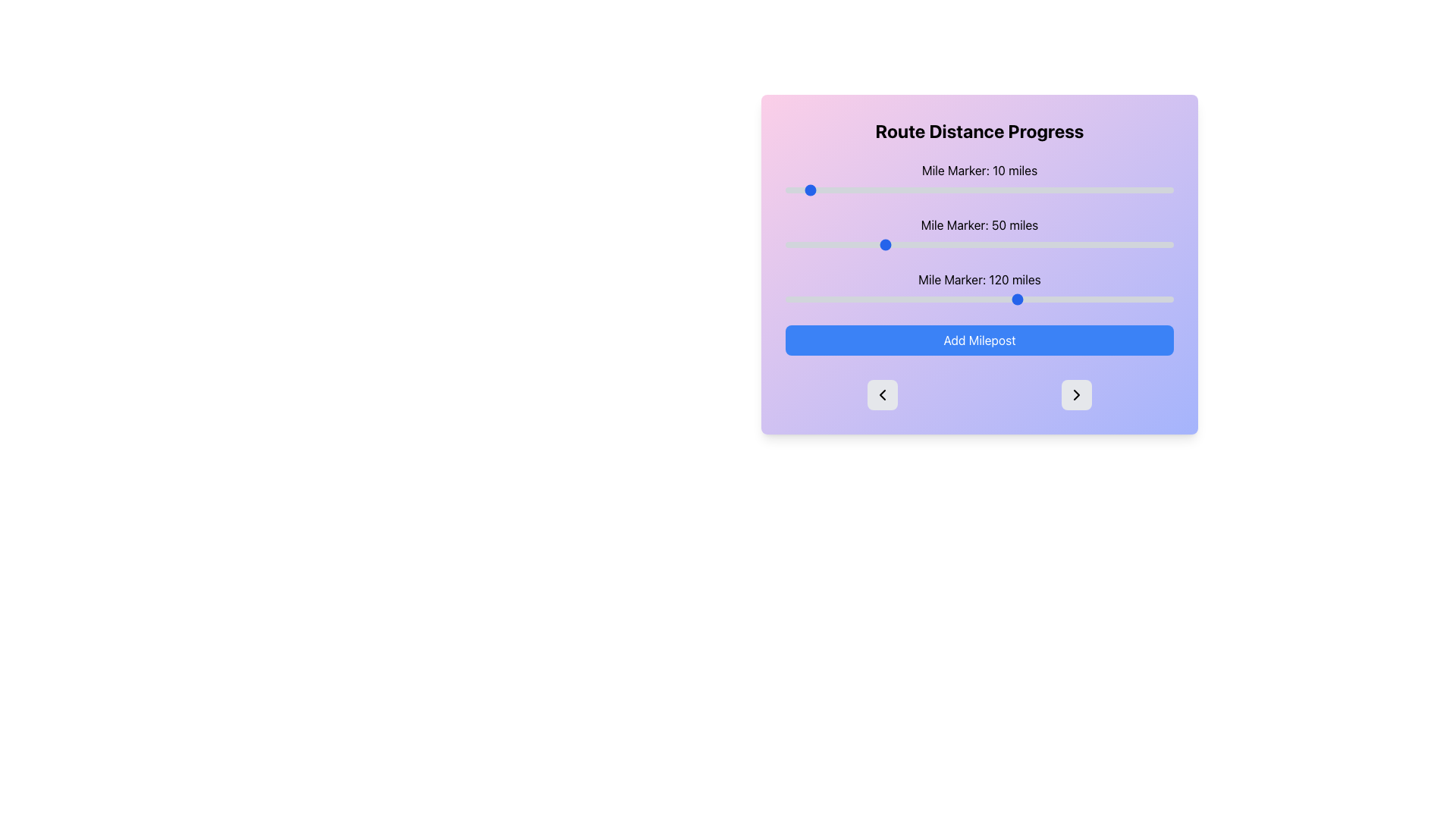  I want to click on the mile marker, so click(802, 244).